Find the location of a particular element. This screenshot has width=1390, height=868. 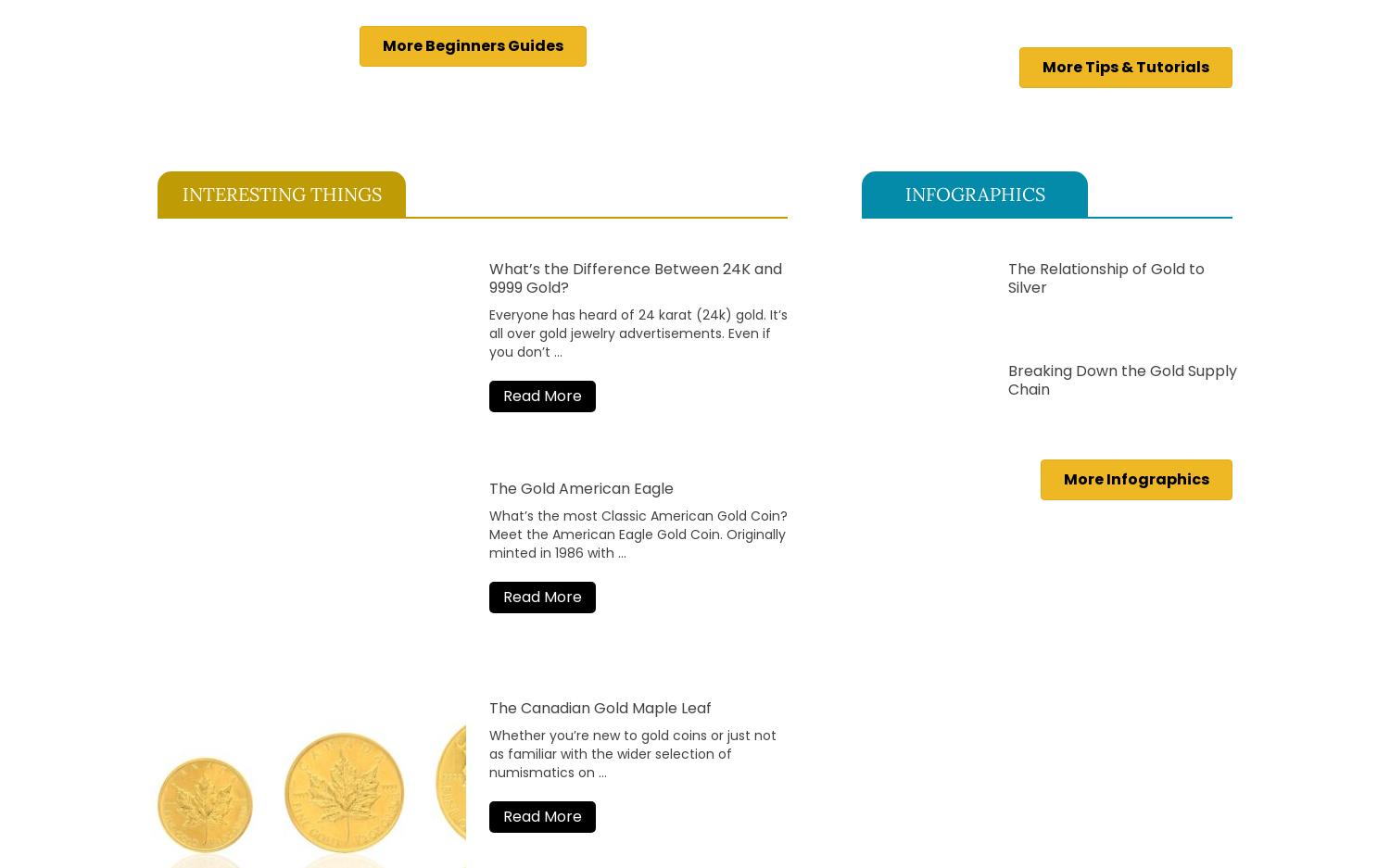

'INFOGRAPHICS' is located at coordinates (974, 193).